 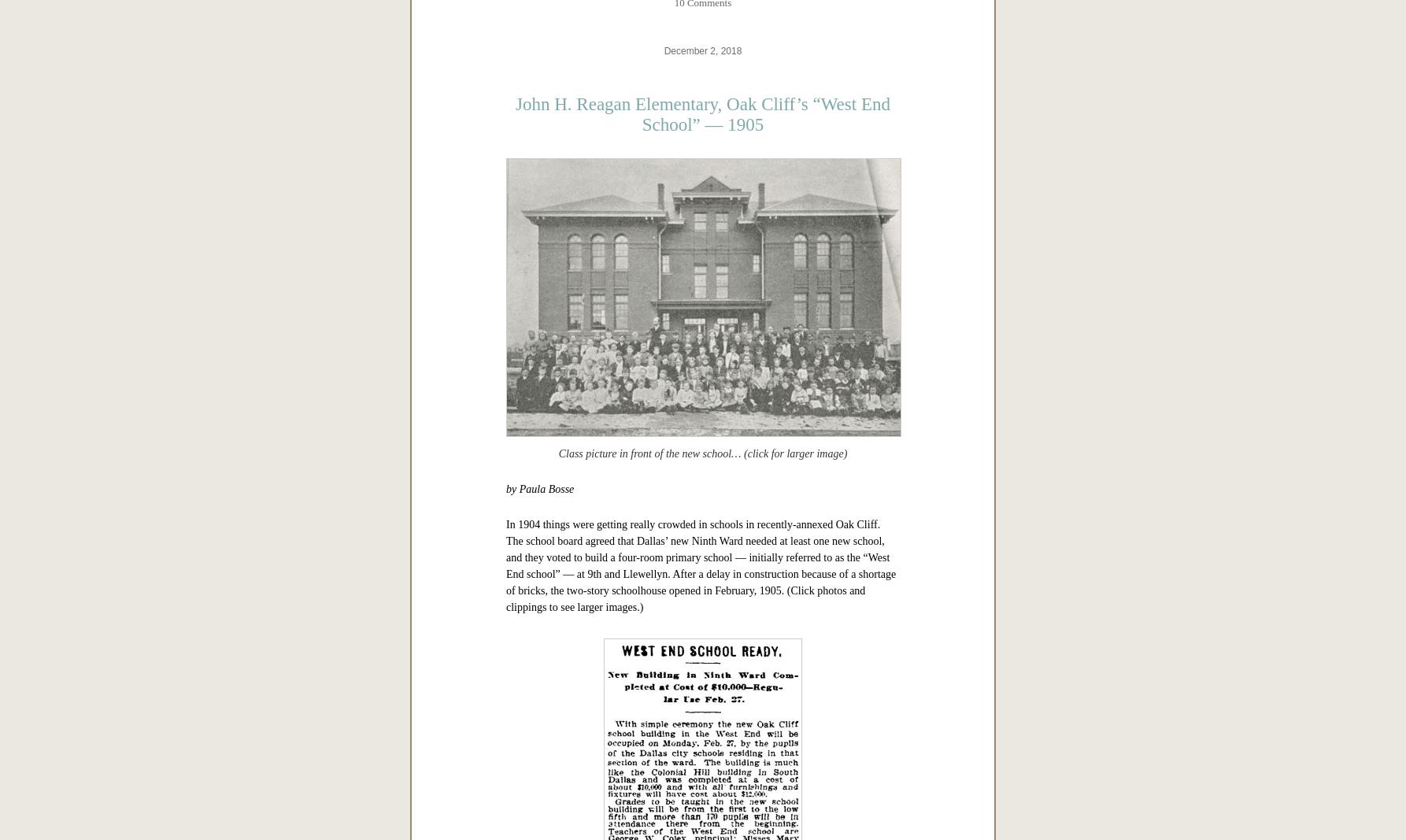 What do you see at coordinates (701, 283) in the screenshot?
I see `'*'` at bounding box center [701, 283].